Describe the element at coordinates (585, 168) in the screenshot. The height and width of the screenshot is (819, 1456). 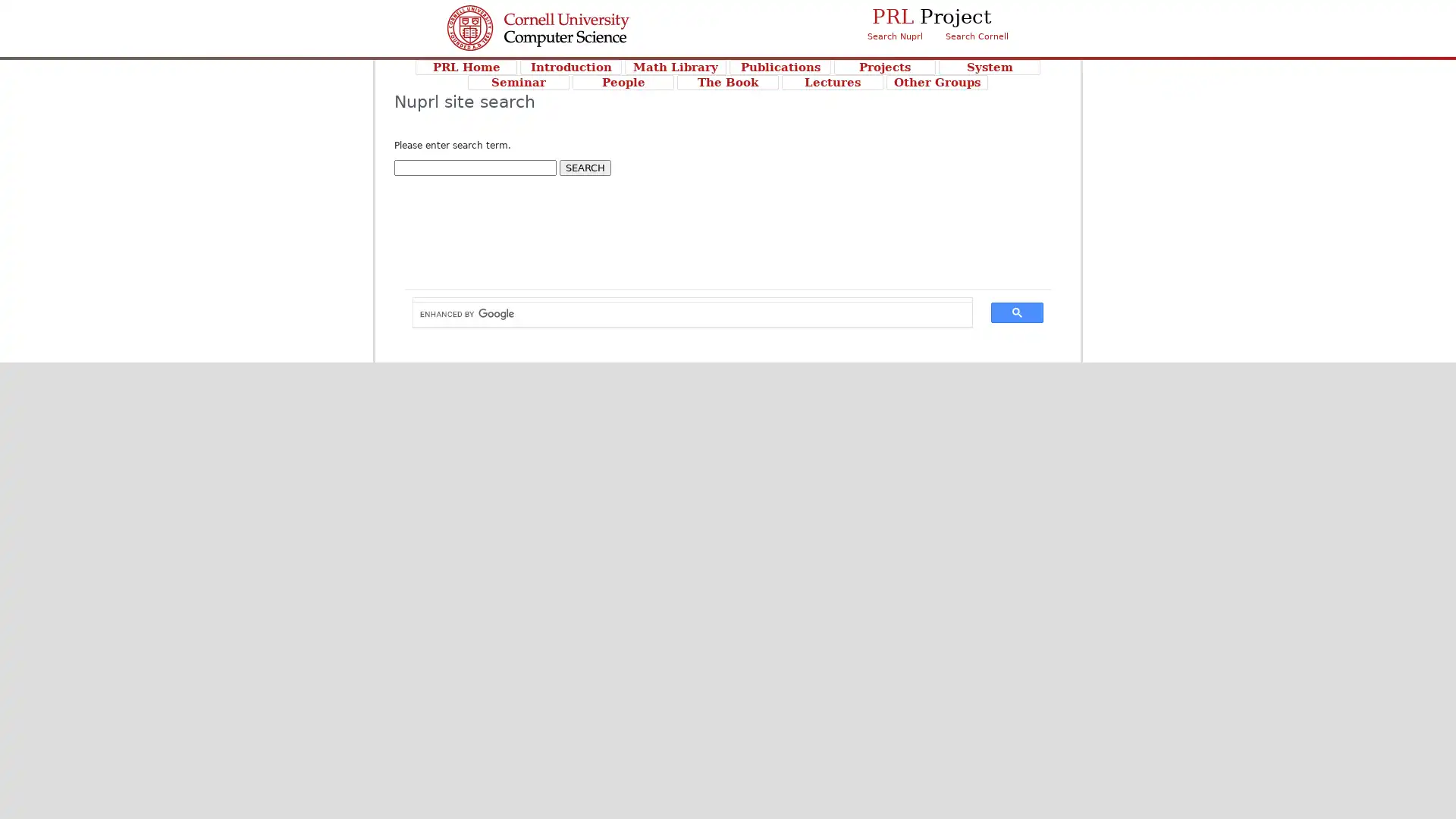
I see `SEARCH` at that location.